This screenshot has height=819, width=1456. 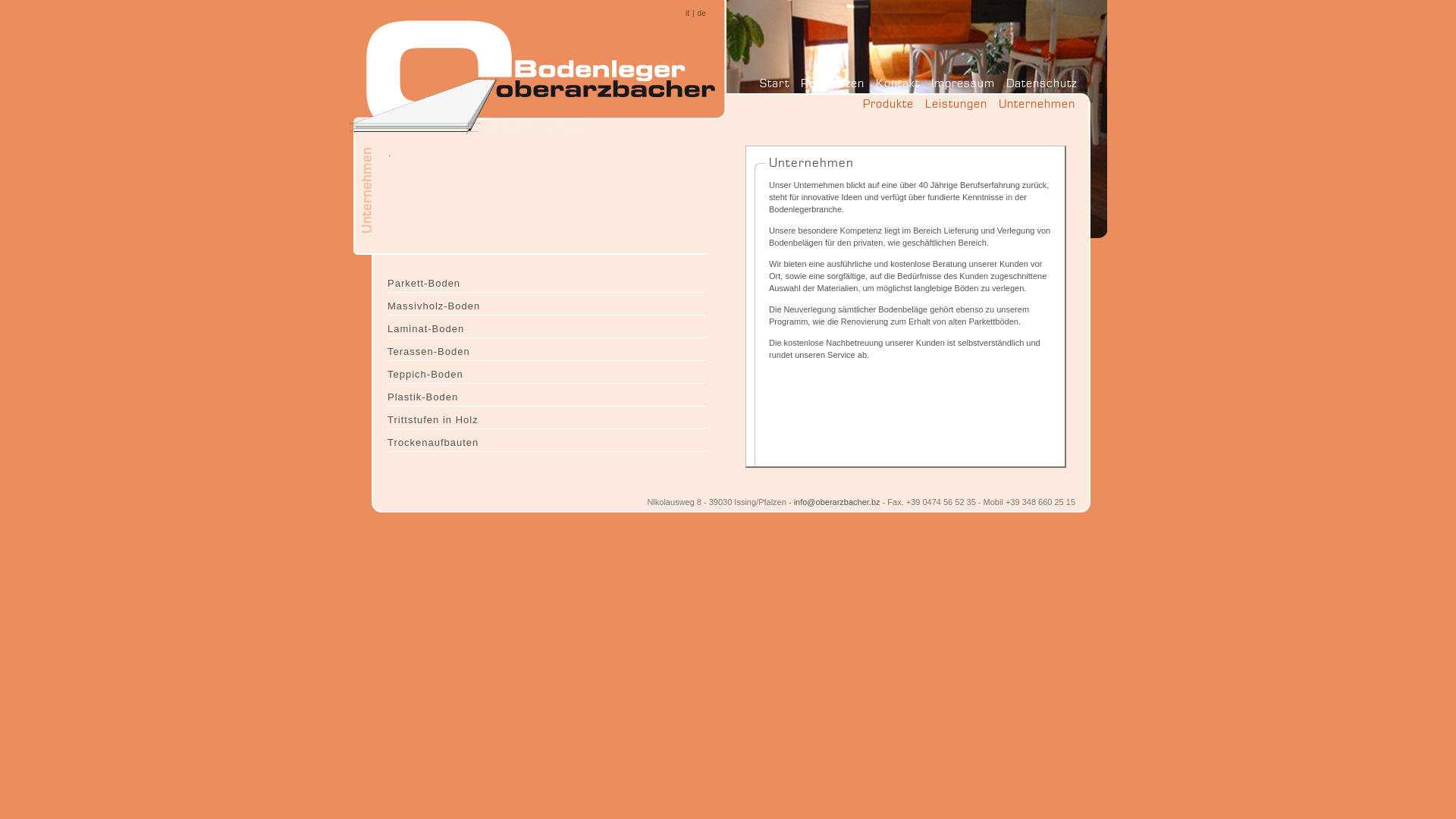 What do you see at coordinates (888, 107) in the screenshot?
I see `'Produkte'` at bounding box center [888, 107].